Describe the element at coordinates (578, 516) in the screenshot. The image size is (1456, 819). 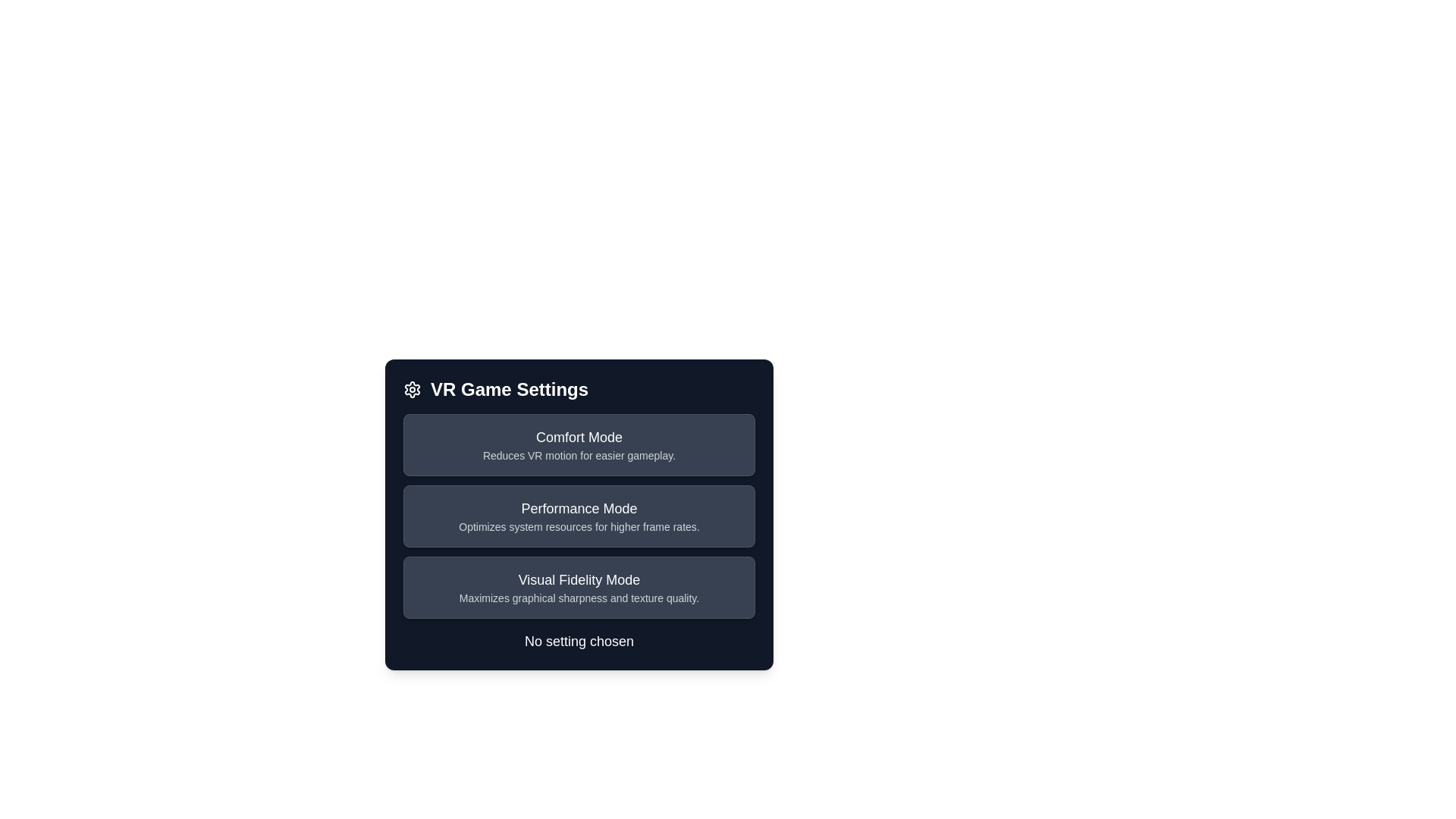
I see `the selectable card for 'Performance Mode' in the VR Game Settings` at that location.